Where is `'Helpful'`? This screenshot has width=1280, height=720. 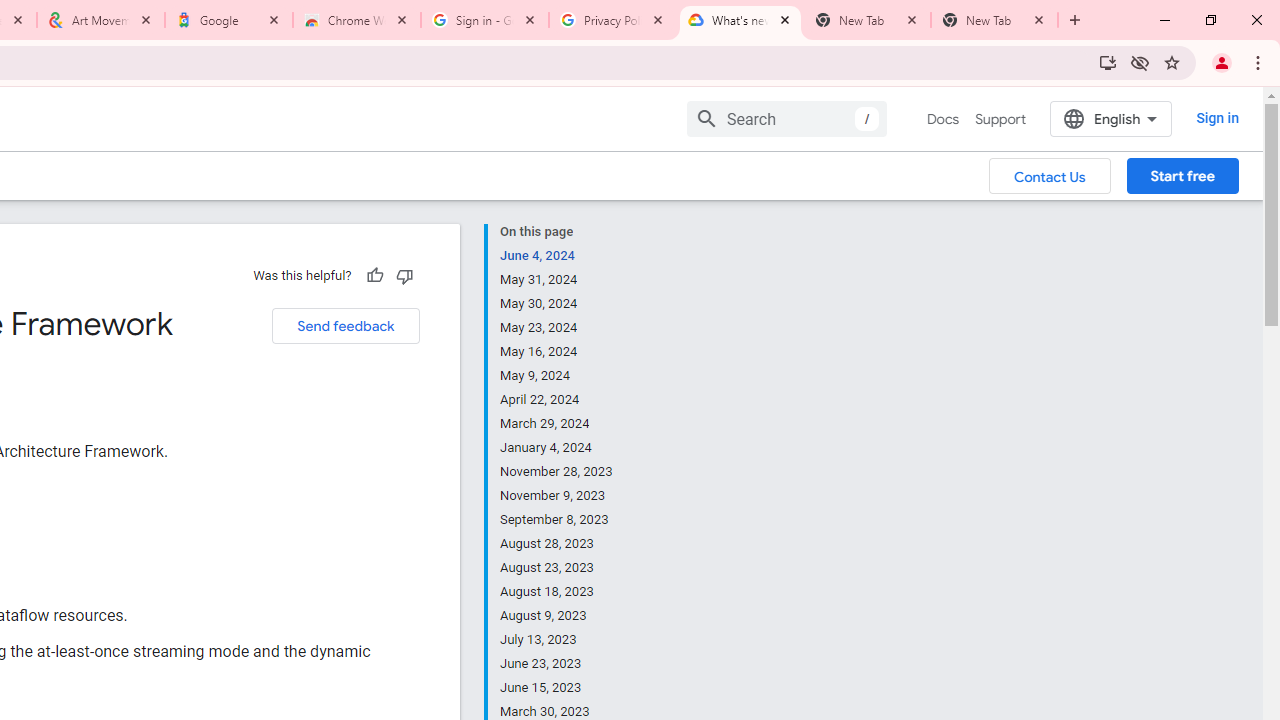 'Helpful' is located at coordinates (374, 275).